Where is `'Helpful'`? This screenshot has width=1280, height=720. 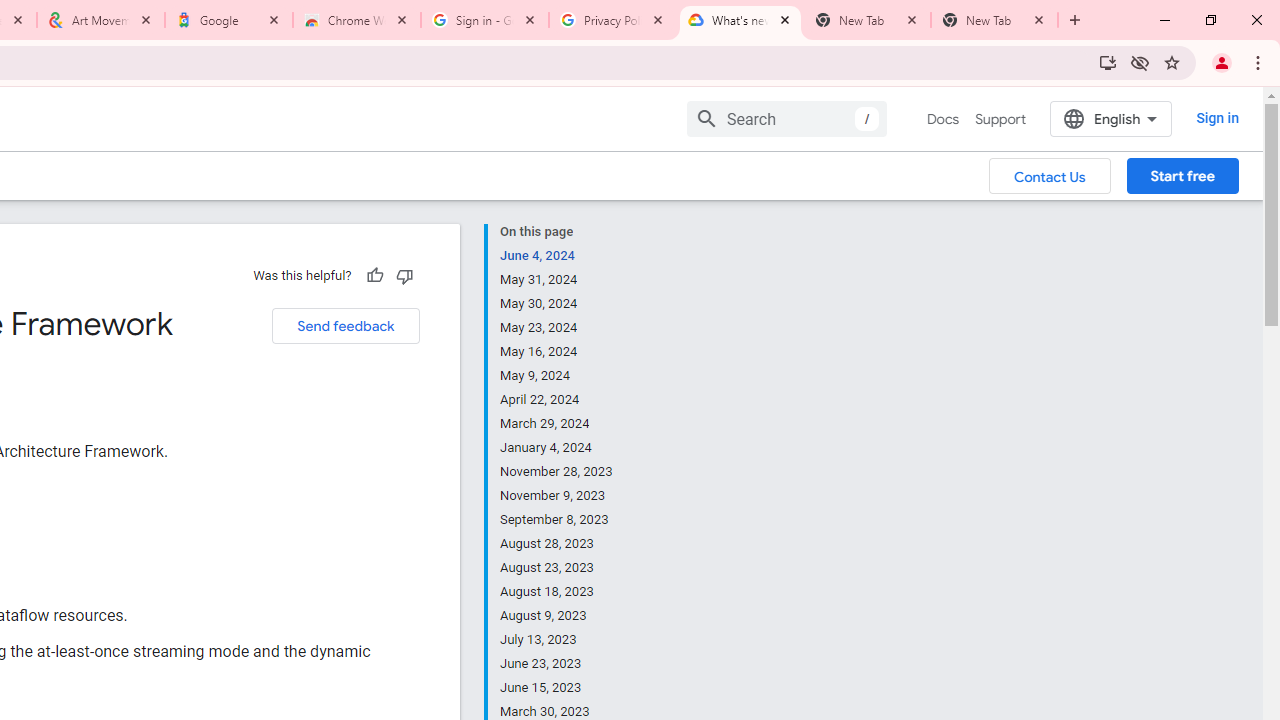 'Helpful' is located at coordinates (374, 275).